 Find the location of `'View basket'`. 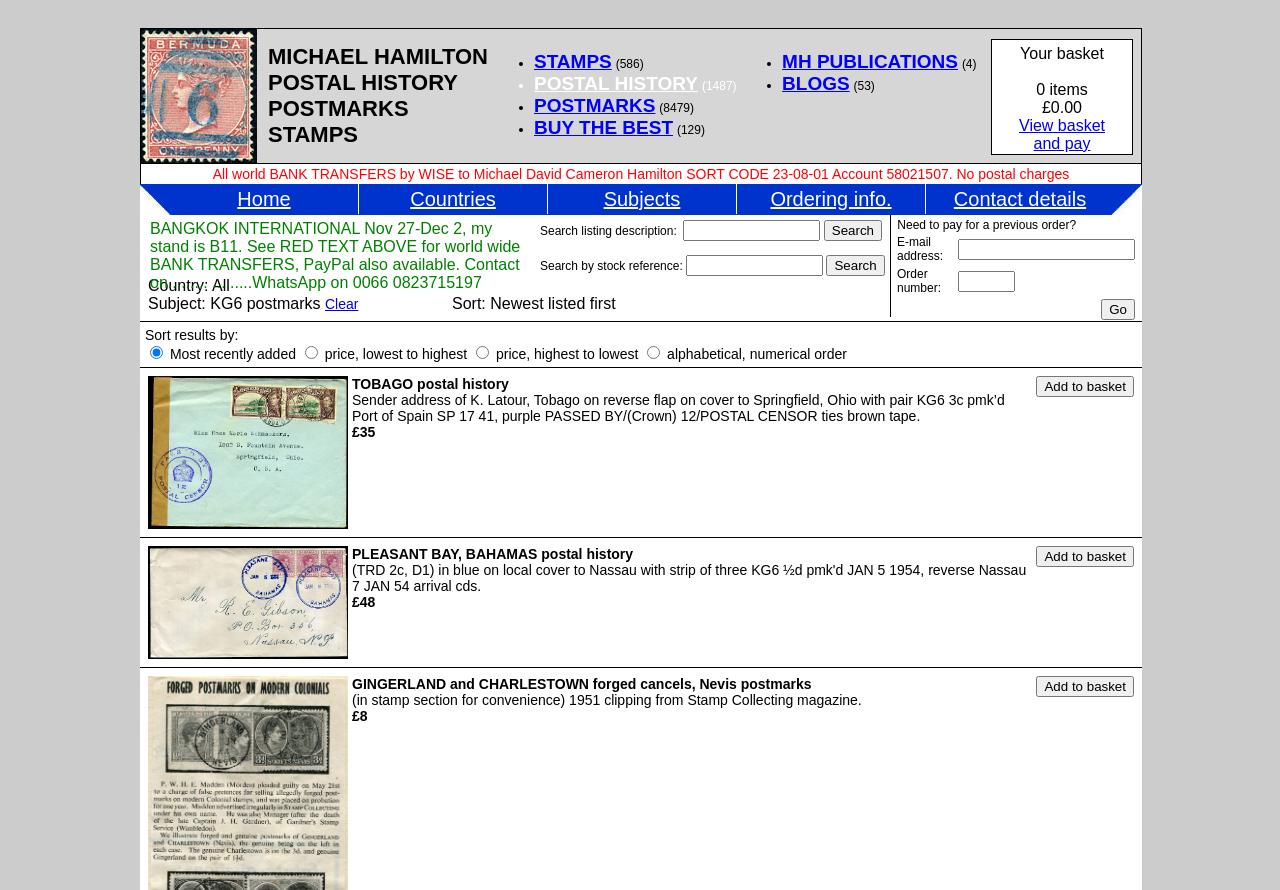

'View basket' is located at coordinates (1060, 124).